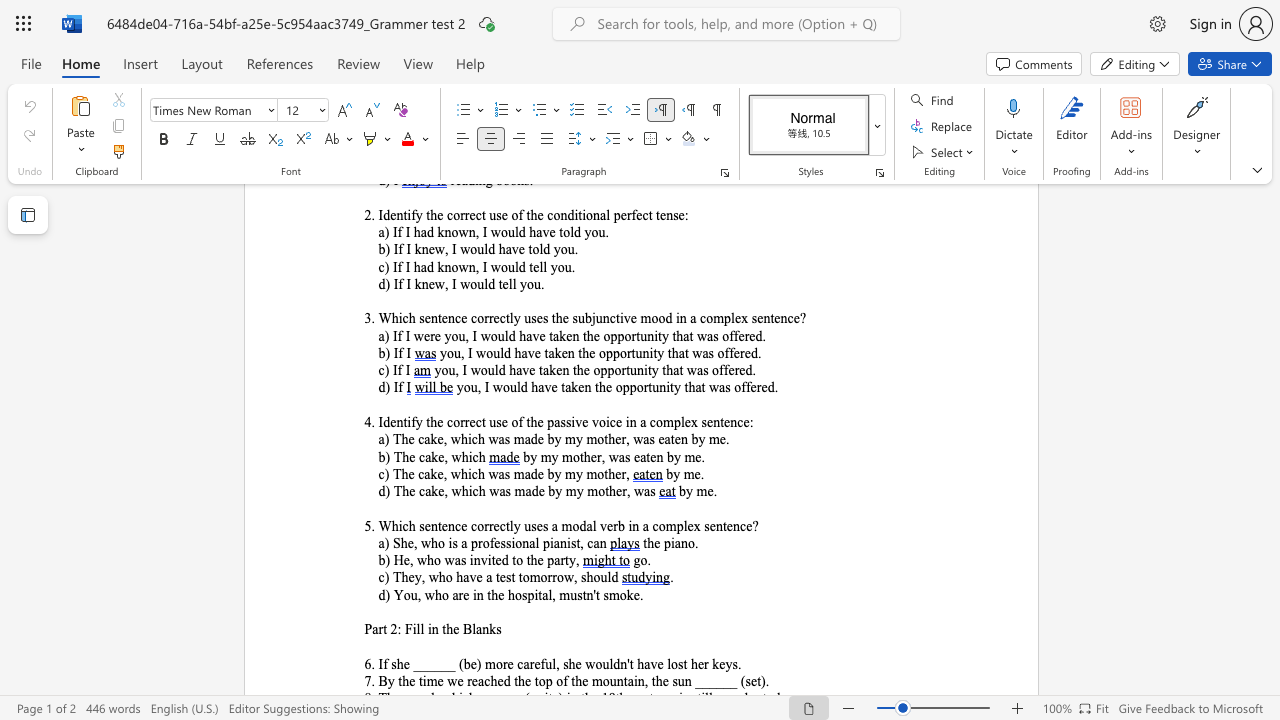 This screenshot has width=1280, height=720. Describe the element at coordinates (417, 457) in the screenshot. I see `the subset text "cak" within the text "b) The cake, which"` at that location.